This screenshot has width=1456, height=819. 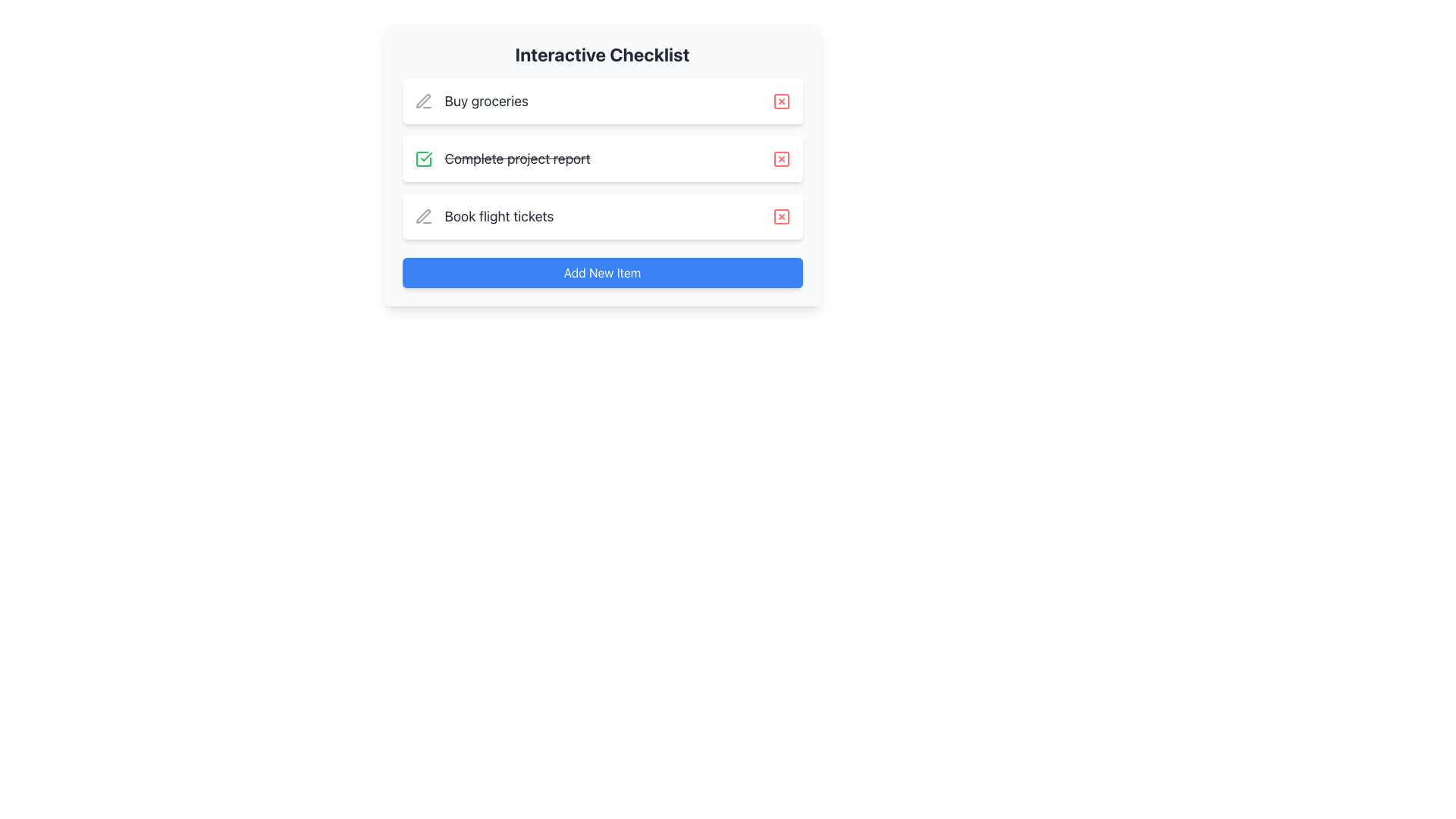 What do you see at coordinates (423, 102) in the screenshot?
I see `the edit button located in the first row of the list, positioned directly to the left of the 'Buy groceries' text` at bounding box center [423, 102].